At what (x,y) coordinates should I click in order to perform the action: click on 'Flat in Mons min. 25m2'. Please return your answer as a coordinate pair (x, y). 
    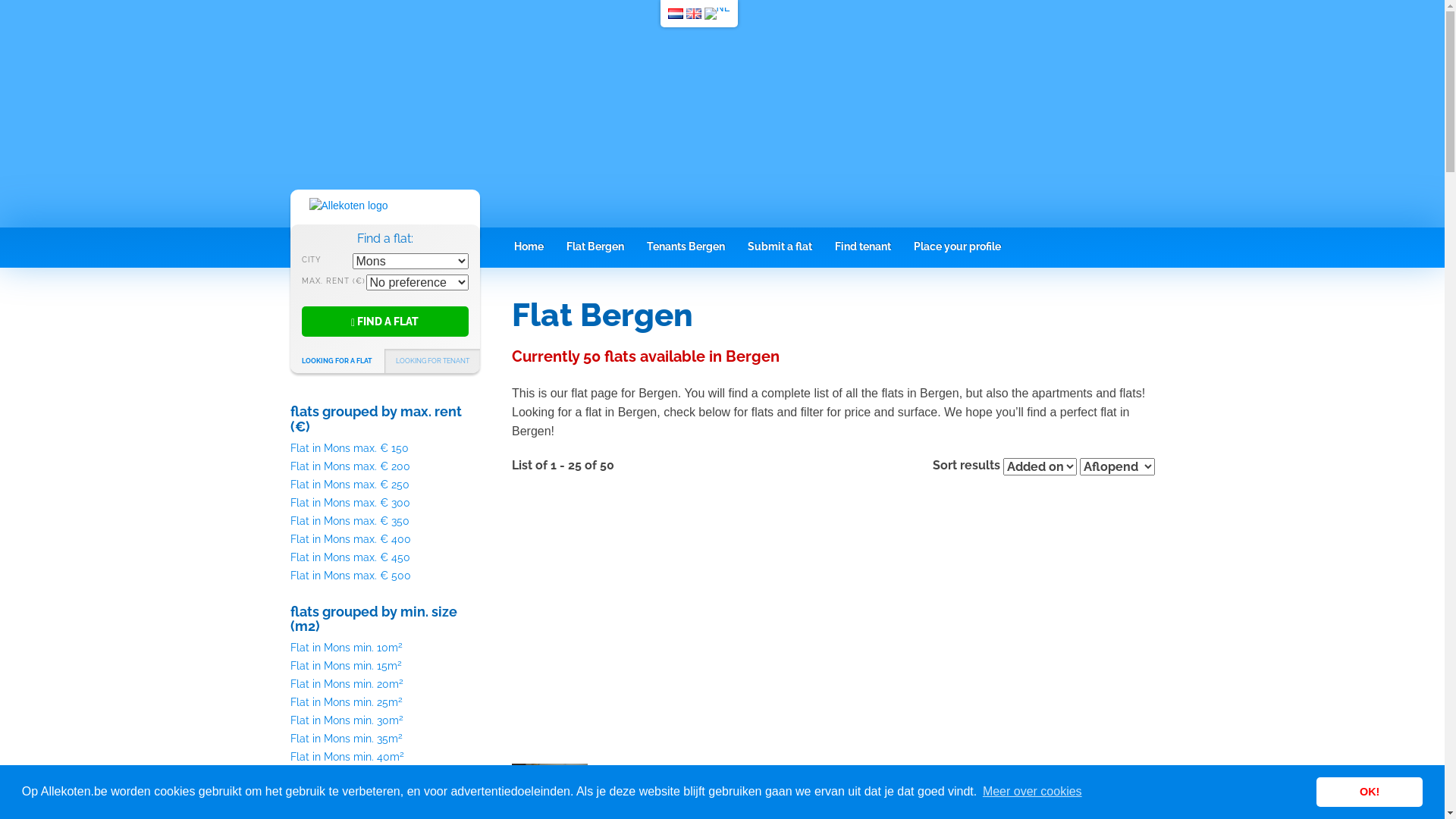
    Looking at the image, I should click on (345, 701).